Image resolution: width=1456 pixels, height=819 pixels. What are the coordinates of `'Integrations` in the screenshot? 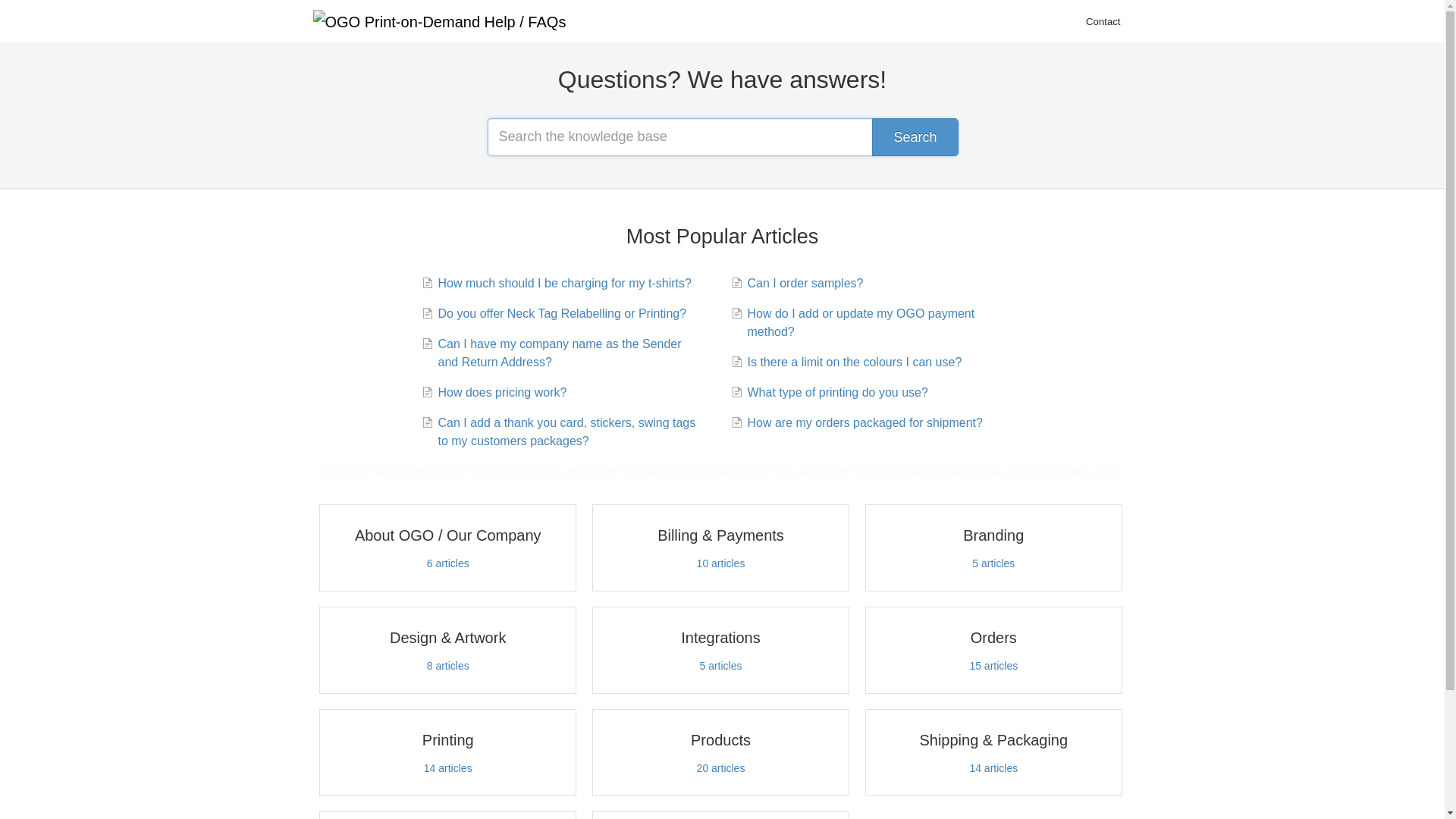 It's located at (720, 649).